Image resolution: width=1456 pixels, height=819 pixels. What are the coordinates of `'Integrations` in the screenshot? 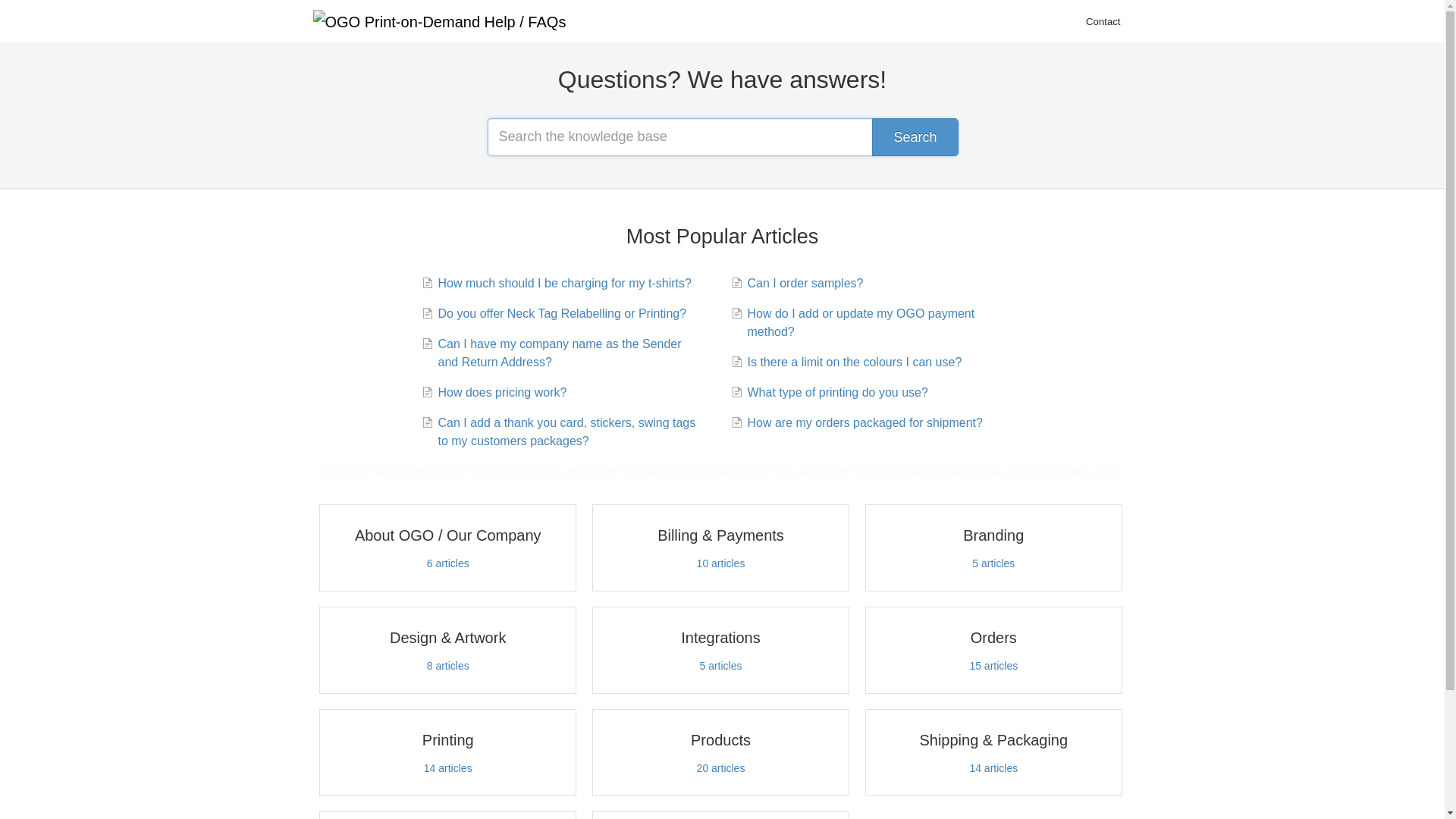 It's located at (720, 649).